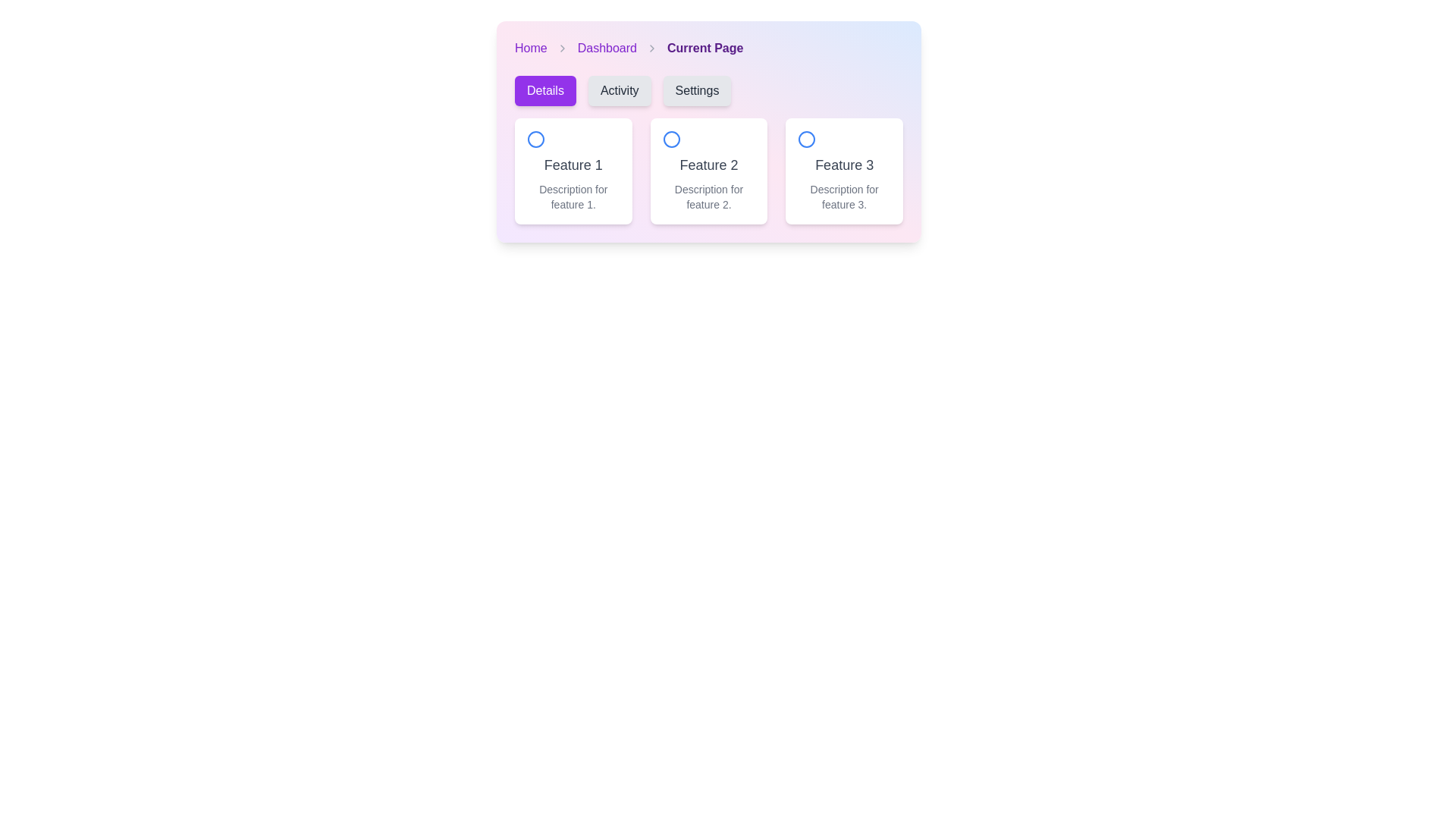 This screenshot has height=819, width=1456. Describe the element at coordinates (708, 90) in the screenshot. I see `the button group located beneath the breadcrumb navigation 'Home > Dashboard > Current Page', which provides navigation or filtering options` at that location.